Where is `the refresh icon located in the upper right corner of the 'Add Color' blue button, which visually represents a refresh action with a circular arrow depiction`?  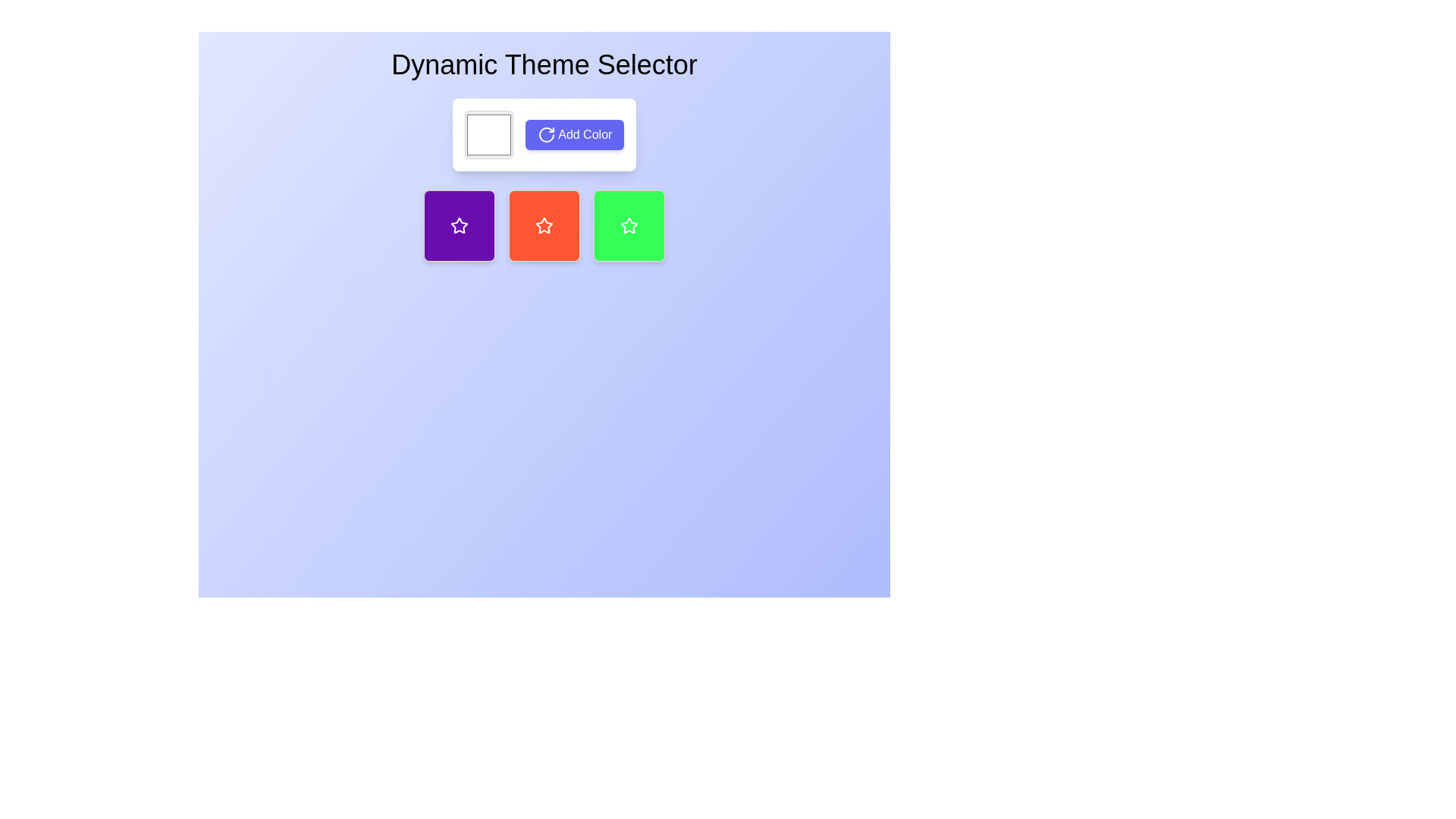 the refresh icon located in the upper right corner of the 'Add Color' blue button, which visually represents a refresh action with a circular arrow depiction is located at coordinates (546, 134).